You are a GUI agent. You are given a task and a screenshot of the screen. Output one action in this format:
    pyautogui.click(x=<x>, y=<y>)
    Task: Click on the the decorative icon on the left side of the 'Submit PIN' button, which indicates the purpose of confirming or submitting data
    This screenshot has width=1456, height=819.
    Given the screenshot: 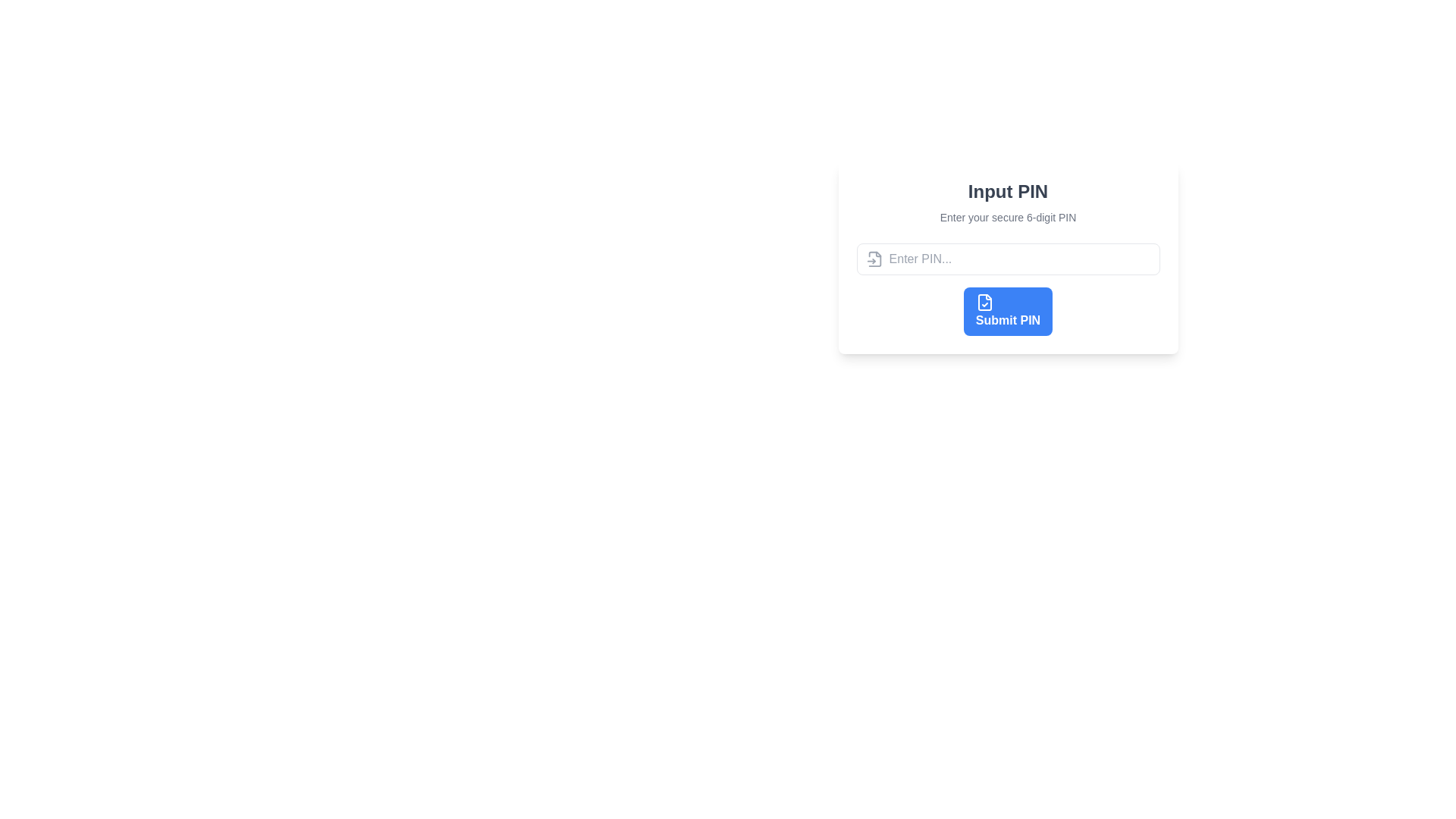 What is the action you would take?
    pyautogui.click(x=984, y=302)
    